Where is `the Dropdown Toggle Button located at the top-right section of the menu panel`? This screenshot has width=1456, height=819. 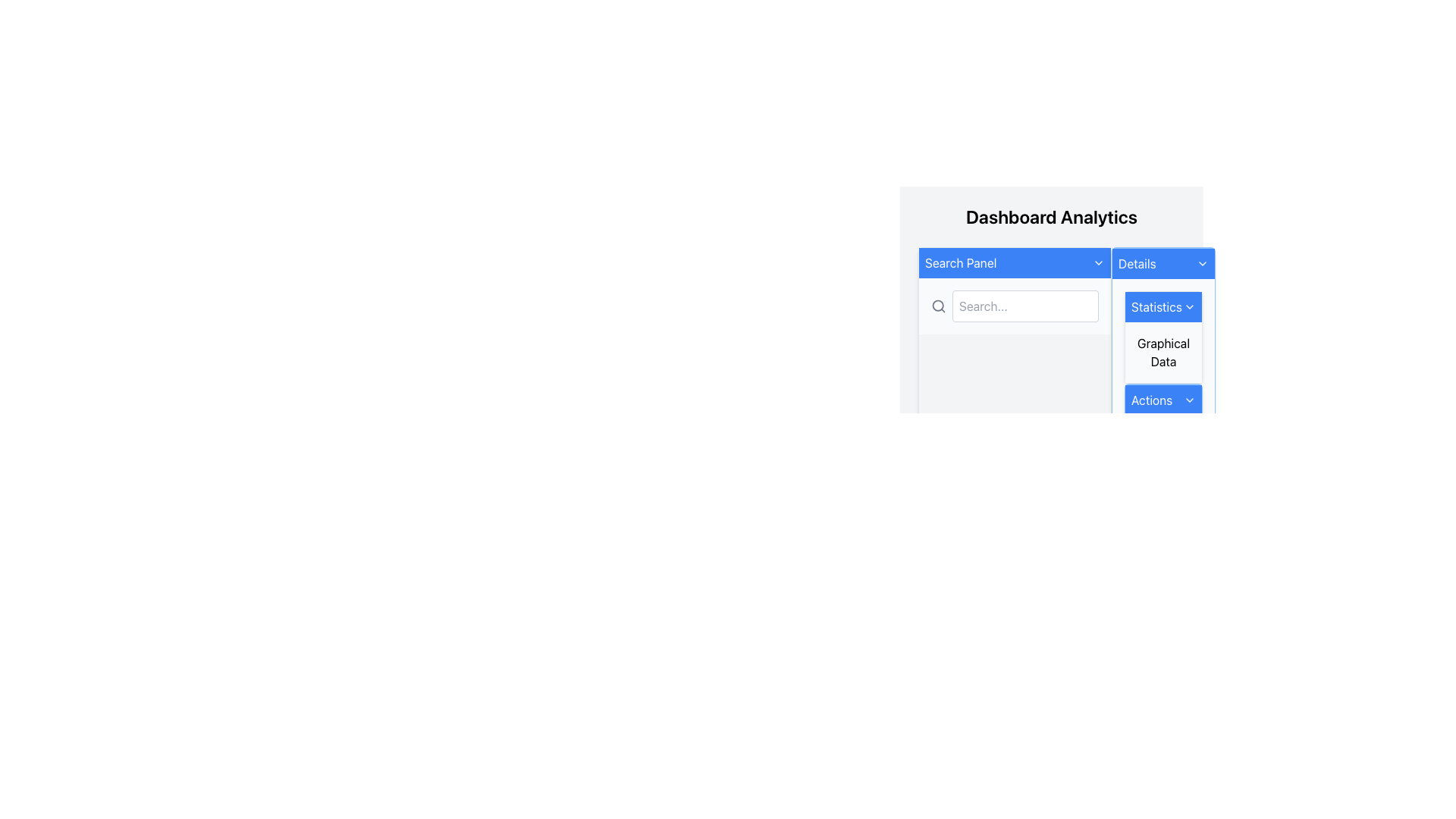 the Dropdown Toggle Button located at the top-right section of the menu panel is located at coordinates (1163, 262).